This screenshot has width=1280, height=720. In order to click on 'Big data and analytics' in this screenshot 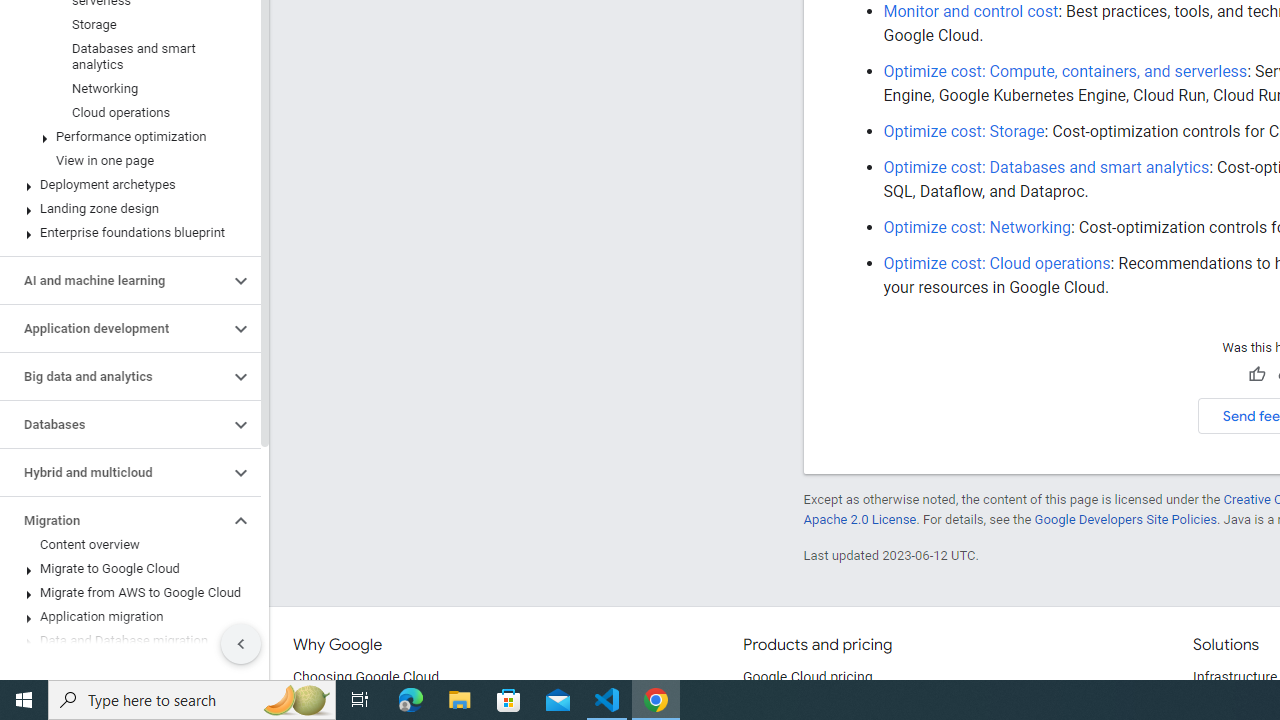, I will do `click(113, 376)`.